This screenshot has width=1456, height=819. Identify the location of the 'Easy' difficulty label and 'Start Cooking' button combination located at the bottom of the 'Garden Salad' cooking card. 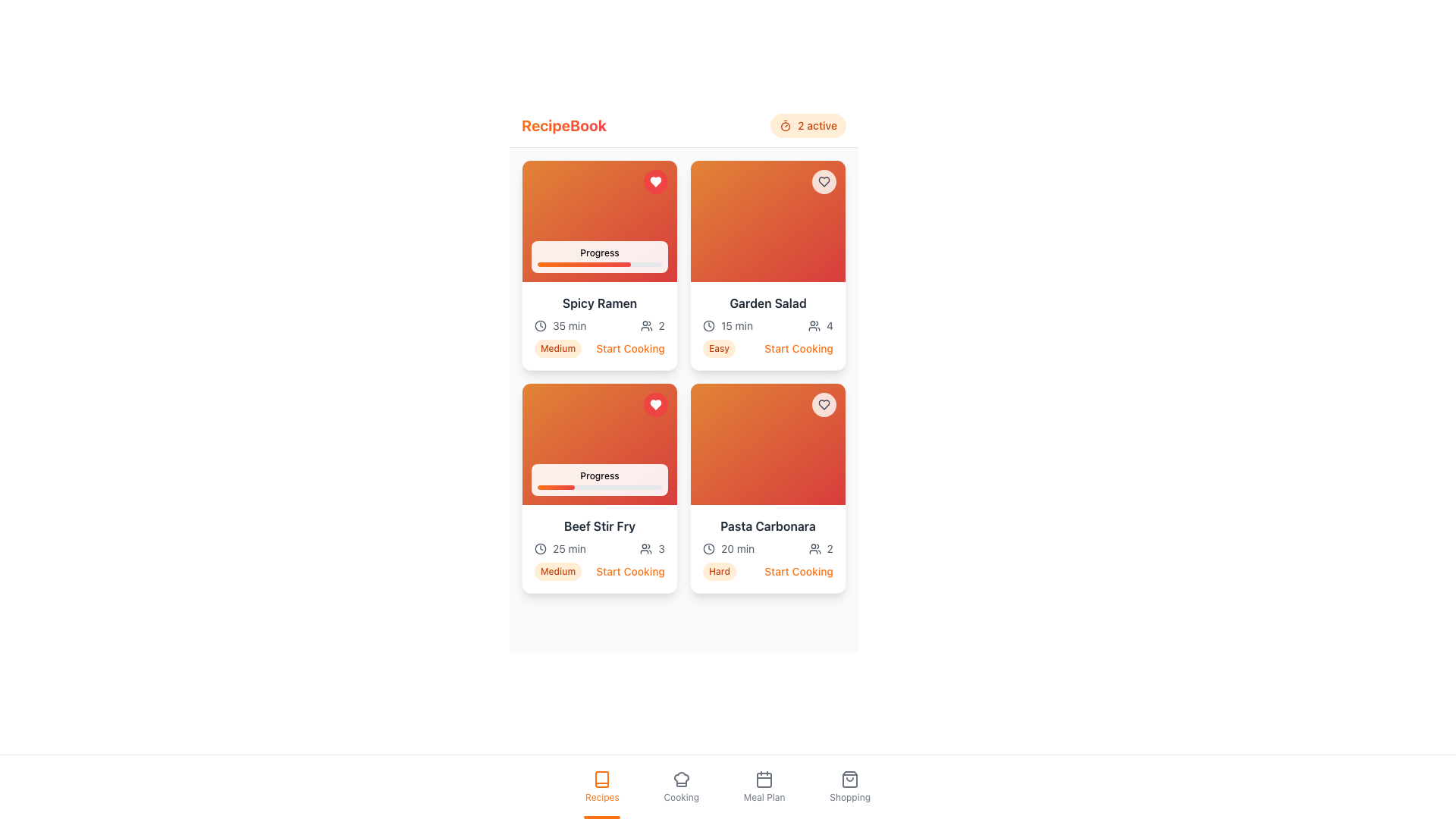
(767, 348).